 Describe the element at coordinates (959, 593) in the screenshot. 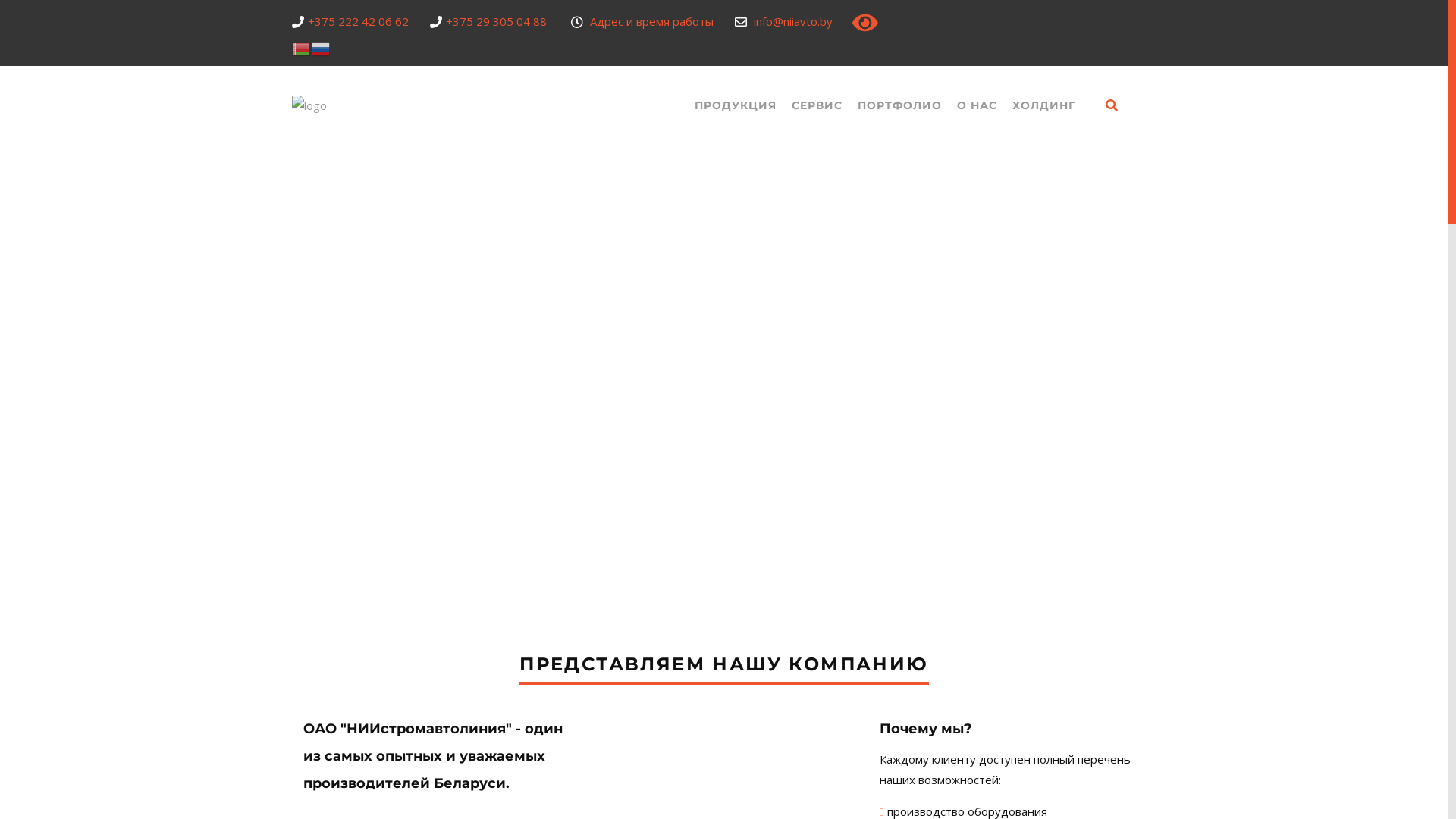

I see `'+375 29 305 04 88'` at that location.